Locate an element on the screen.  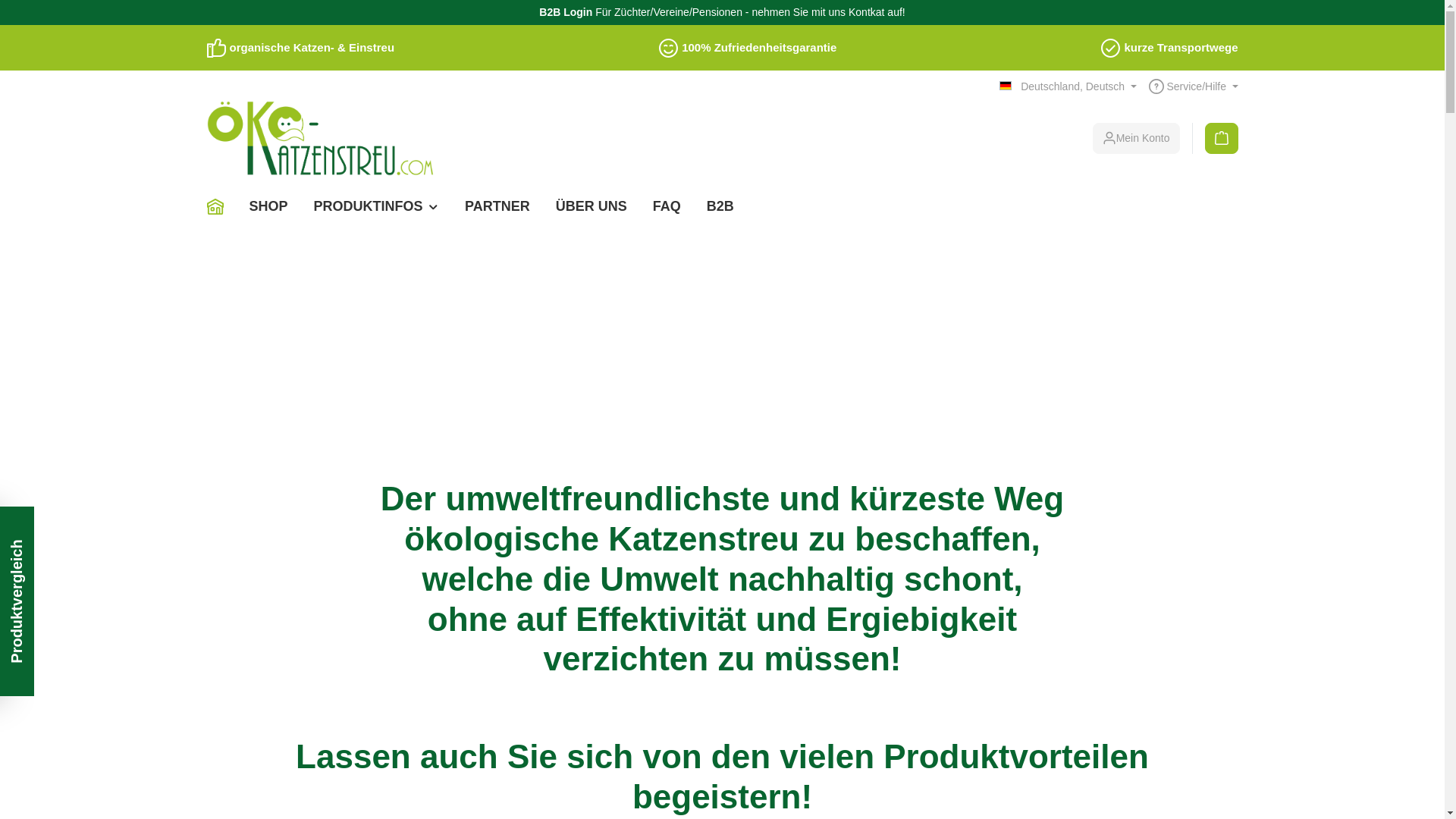
'Mein Konto' is located at coordinates (1136, 138).